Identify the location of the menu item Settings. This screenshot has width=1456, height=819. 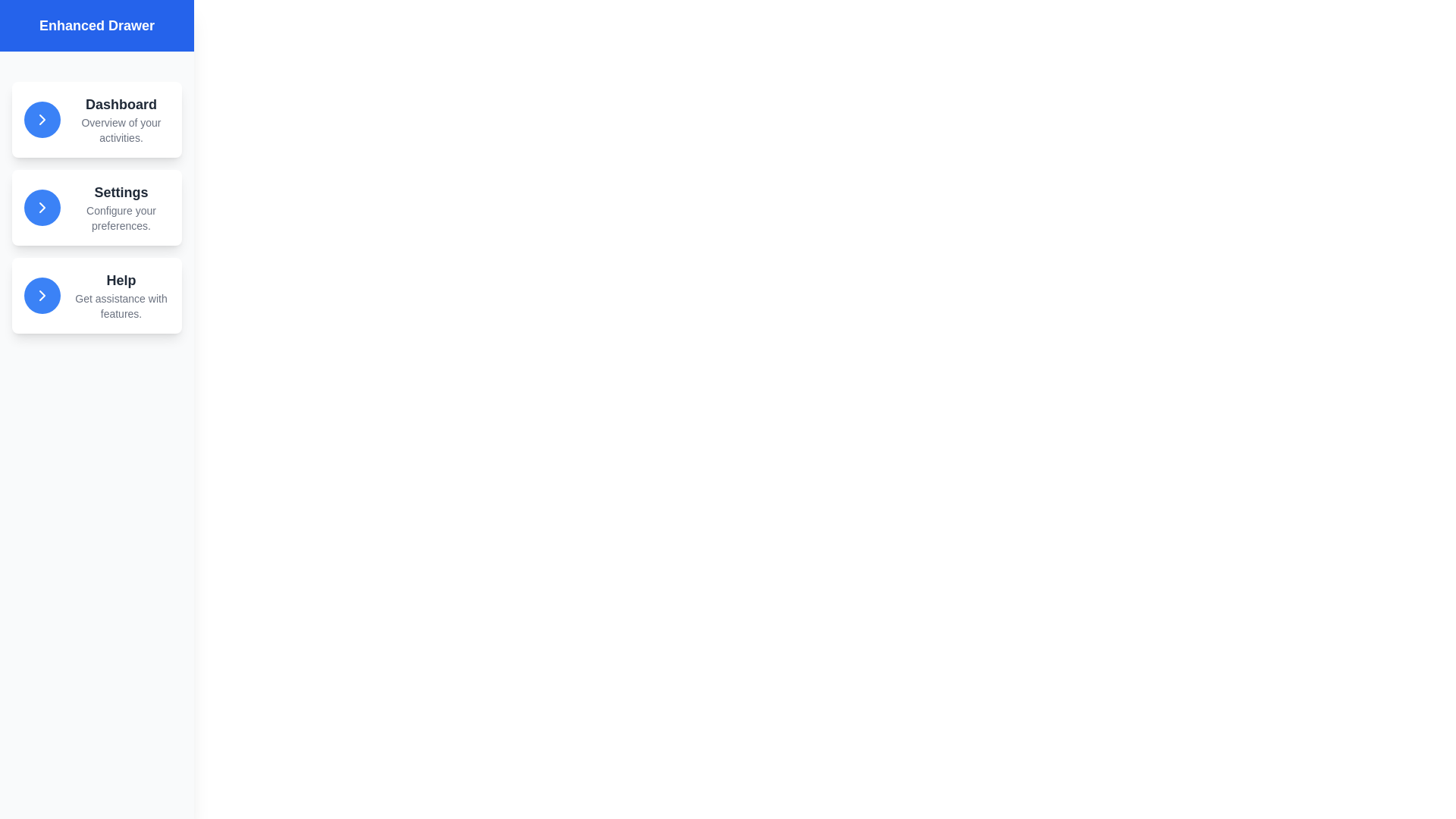
(96, 207).